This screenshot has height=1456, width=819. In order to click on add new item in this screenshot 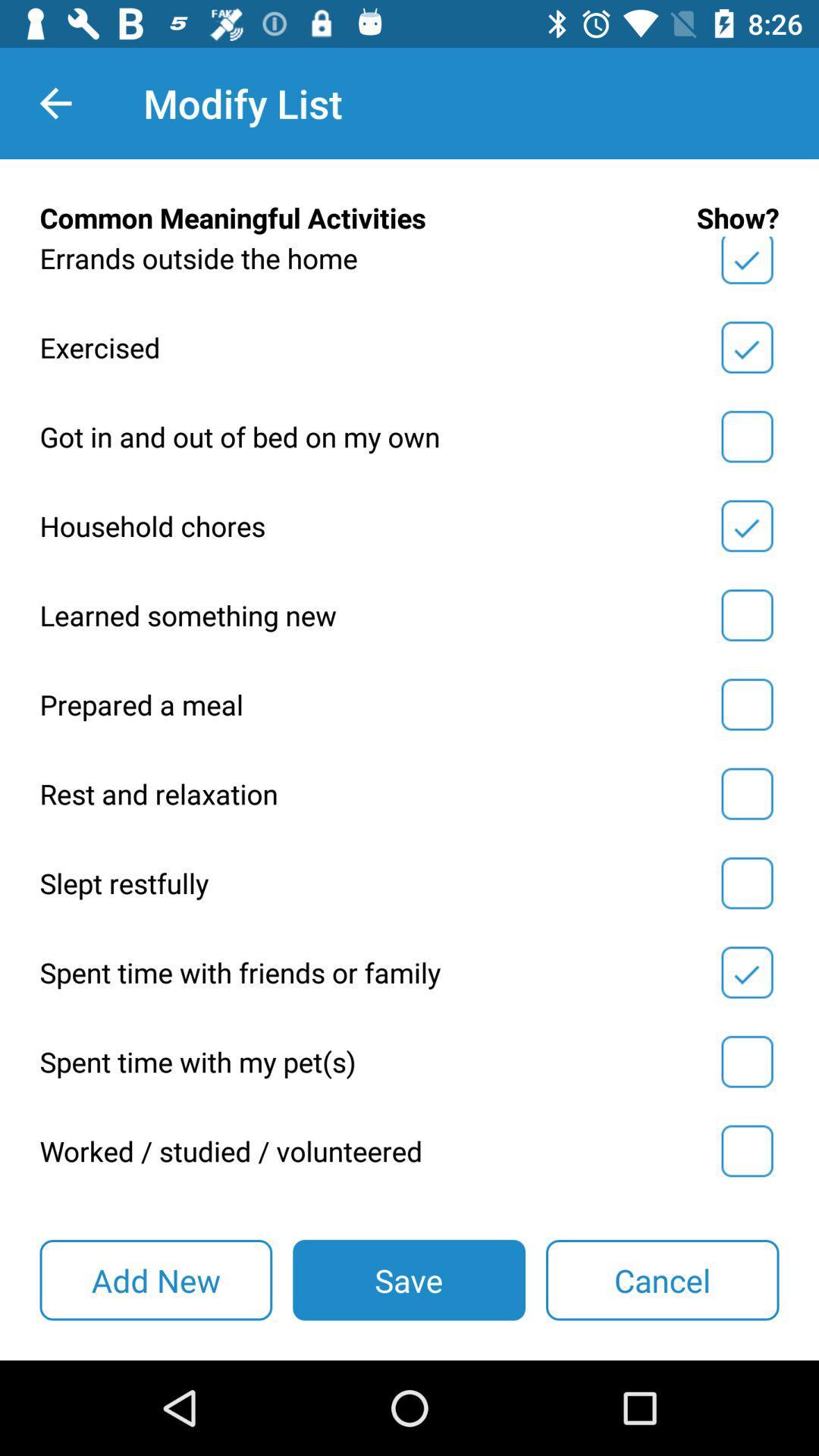, I will do `click(155, 1279)`.